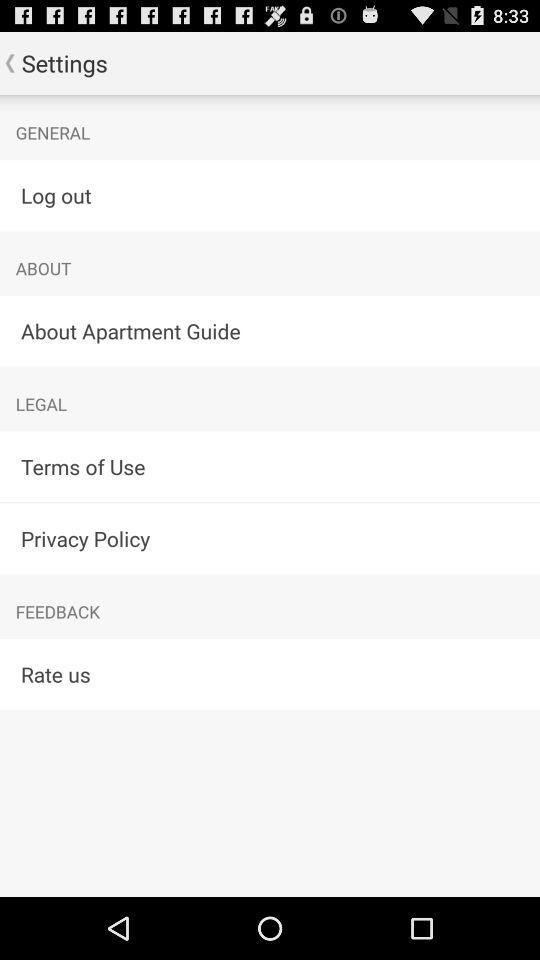  What do you see at coordinates (270, 330) in the screenshot?
I see `the item above legal item` at bounding box center [270, 330].